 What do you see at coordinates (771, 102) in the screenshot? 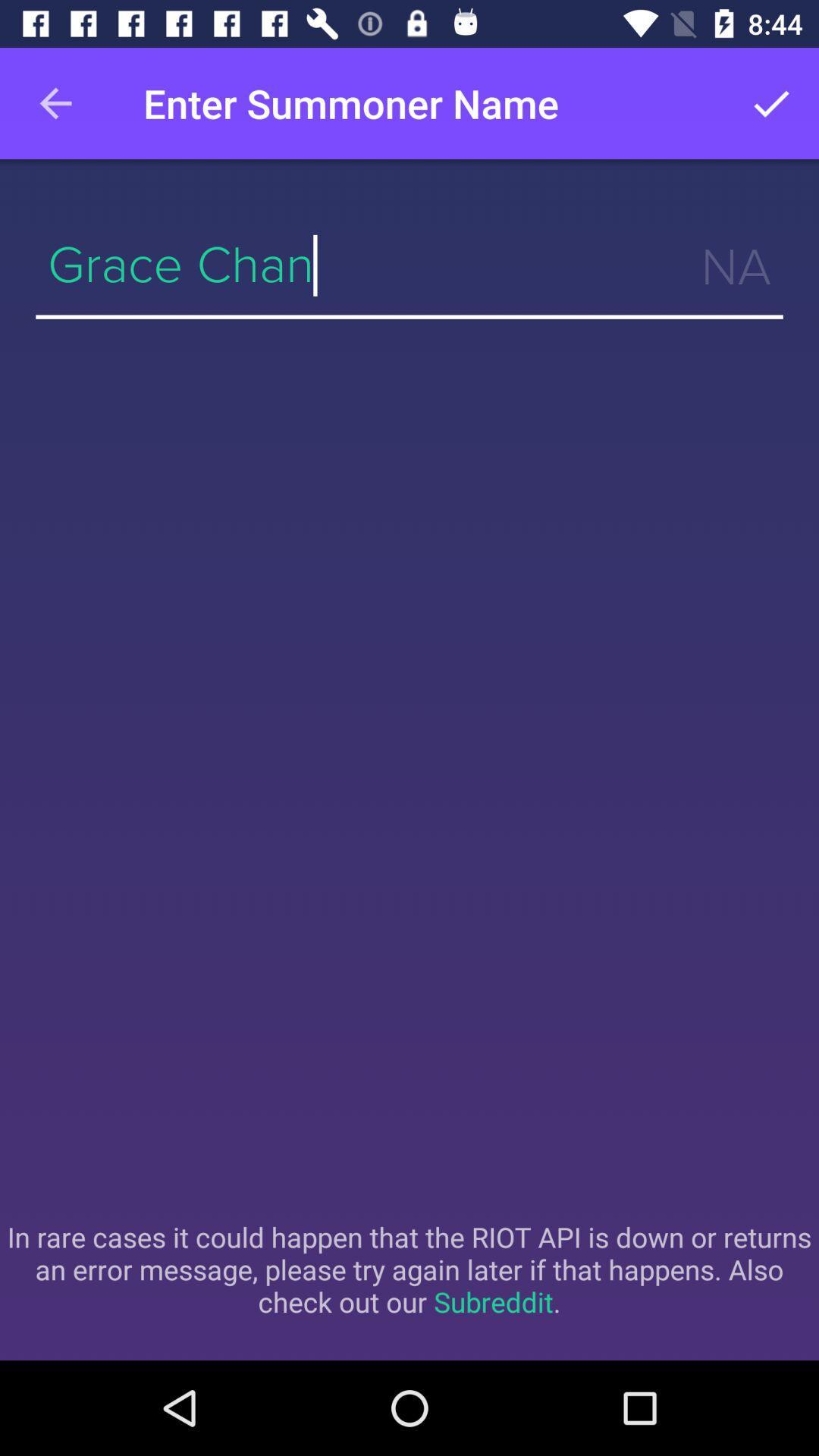
I see `the icon to the right of enter summoner name item` at bounding box center [771, 102].